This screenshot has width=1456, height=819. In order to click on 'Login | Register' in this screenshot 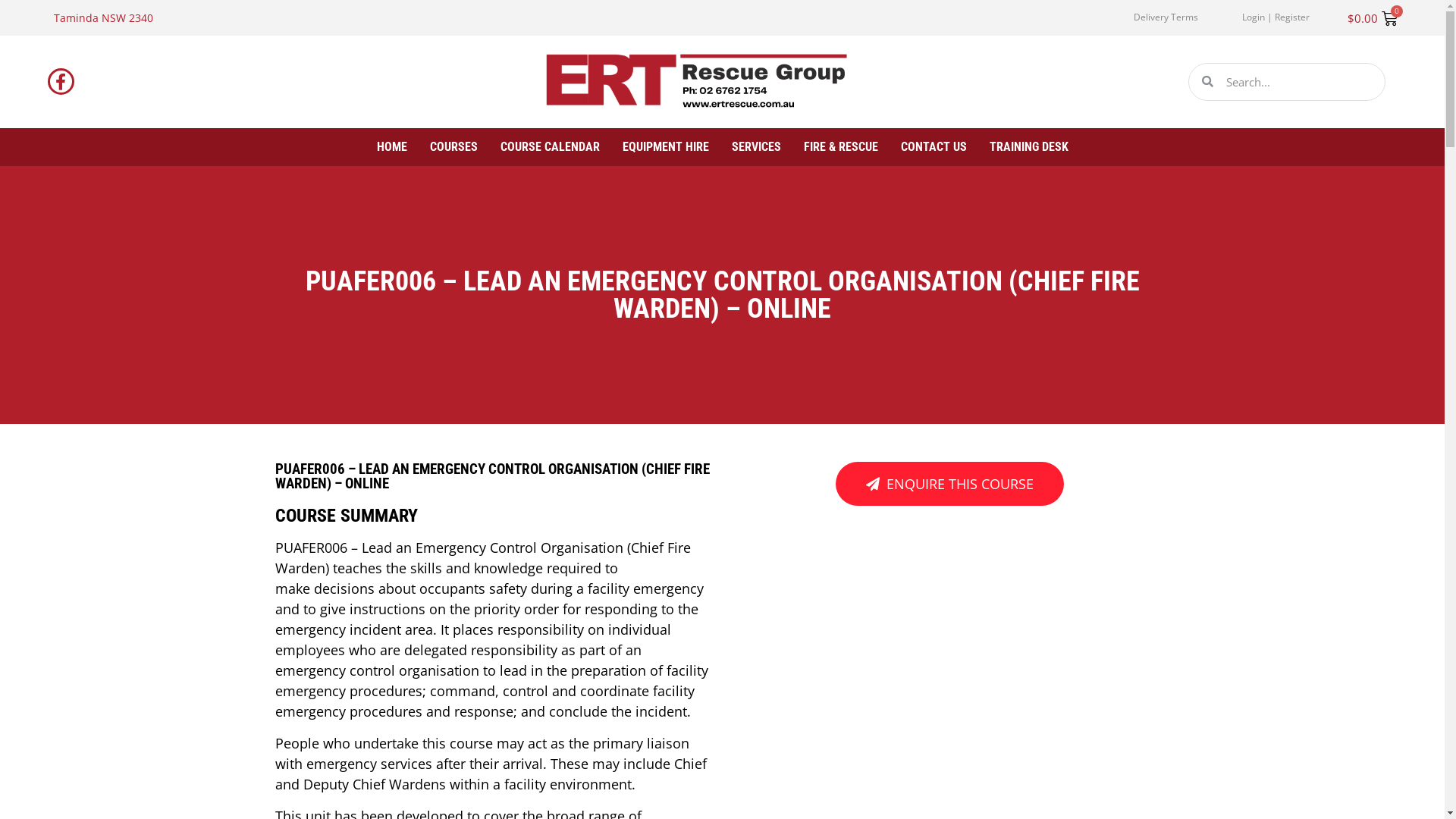, I will do `click(1241, 17)`.